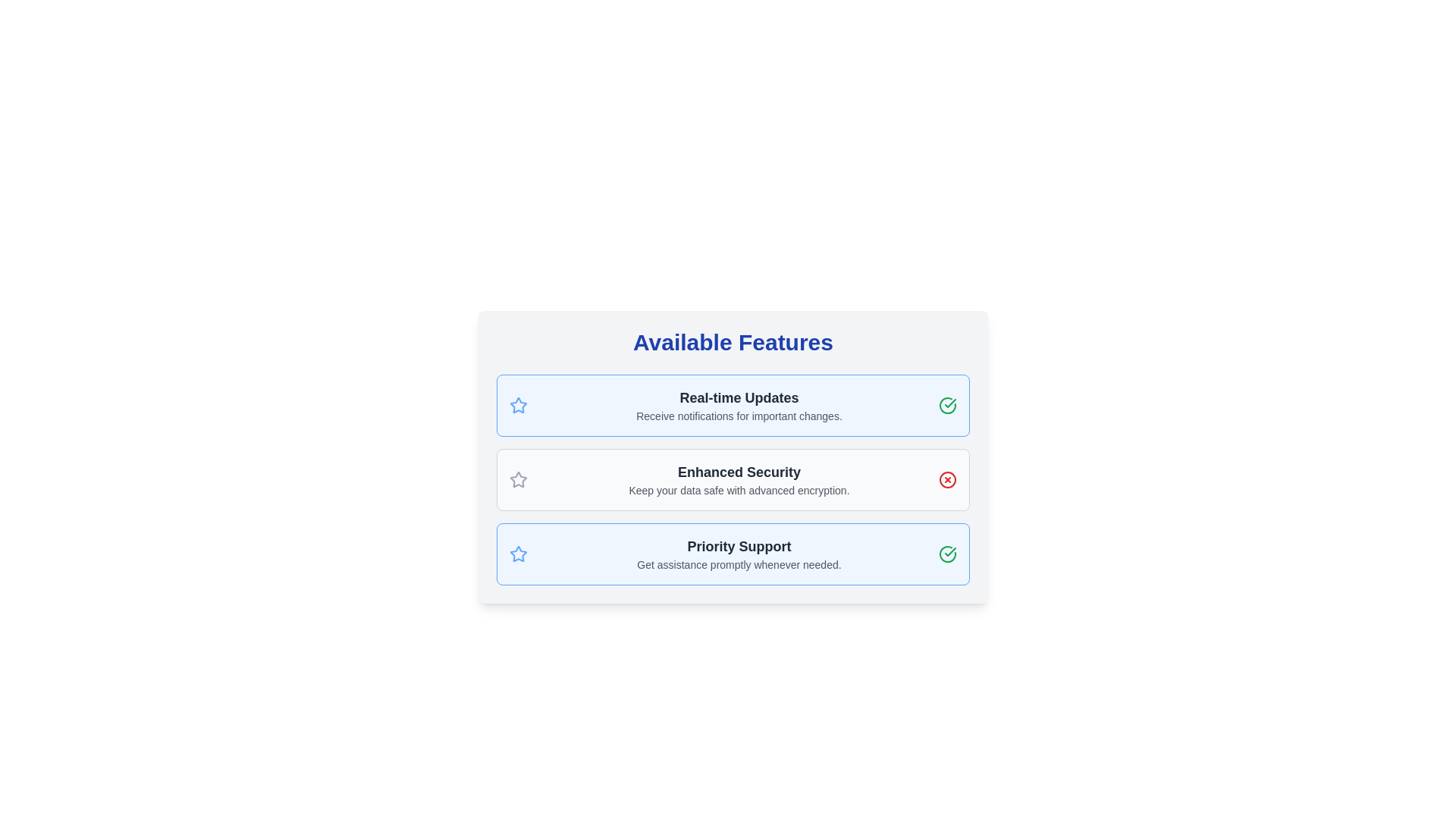  What do you see at coordinates (733, 554) in the screenshot?
I see `the 'Priority Support' informational section, which is the last item under 'Available Features' and follows 'Enhanced Security'` at bounding box center [733, 554].